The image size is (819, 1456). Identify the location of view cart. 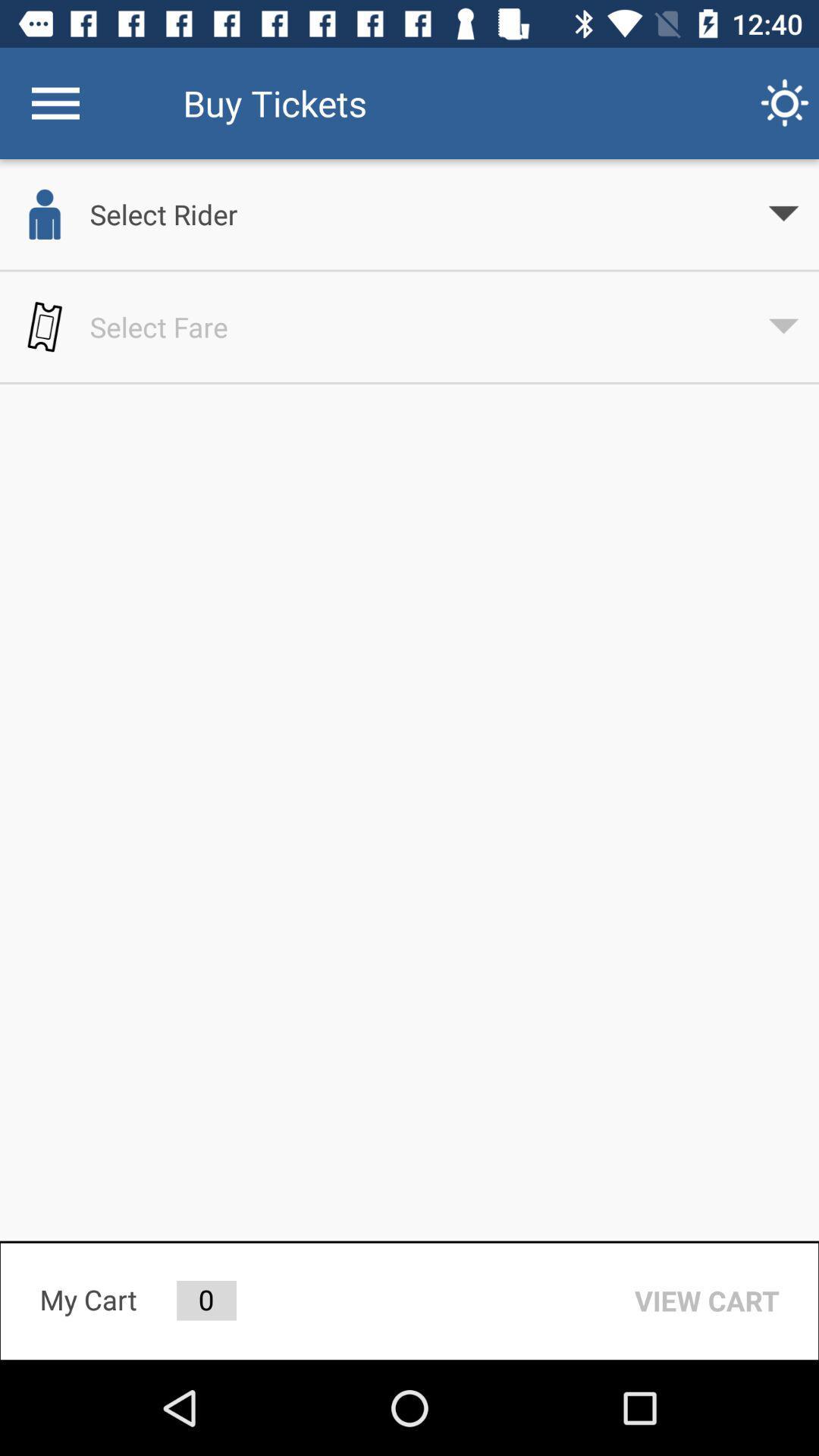
(707, 1300).